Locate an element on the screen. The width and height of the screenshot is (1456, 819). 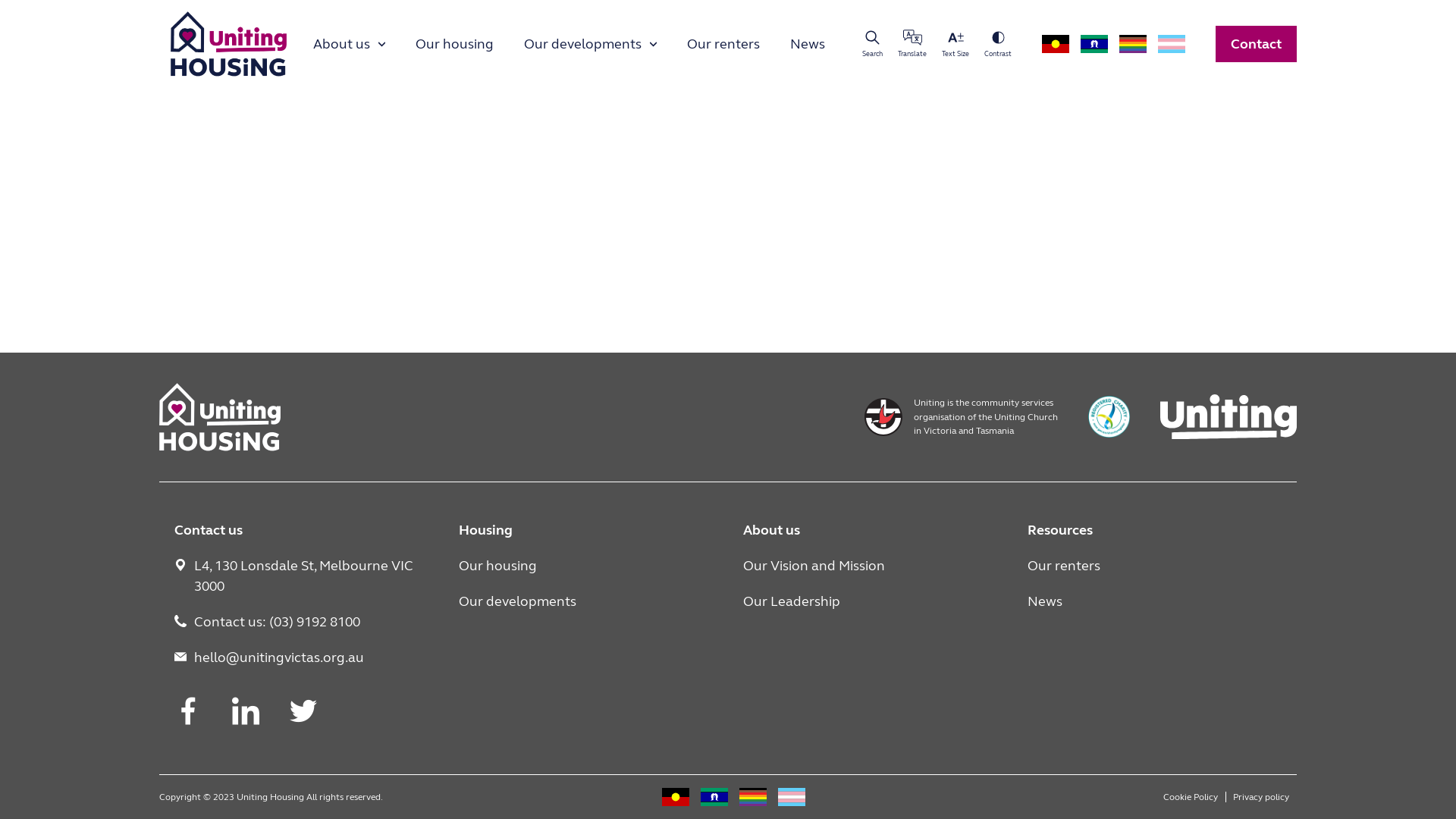
'About us' is located at coordinates (348, 43).